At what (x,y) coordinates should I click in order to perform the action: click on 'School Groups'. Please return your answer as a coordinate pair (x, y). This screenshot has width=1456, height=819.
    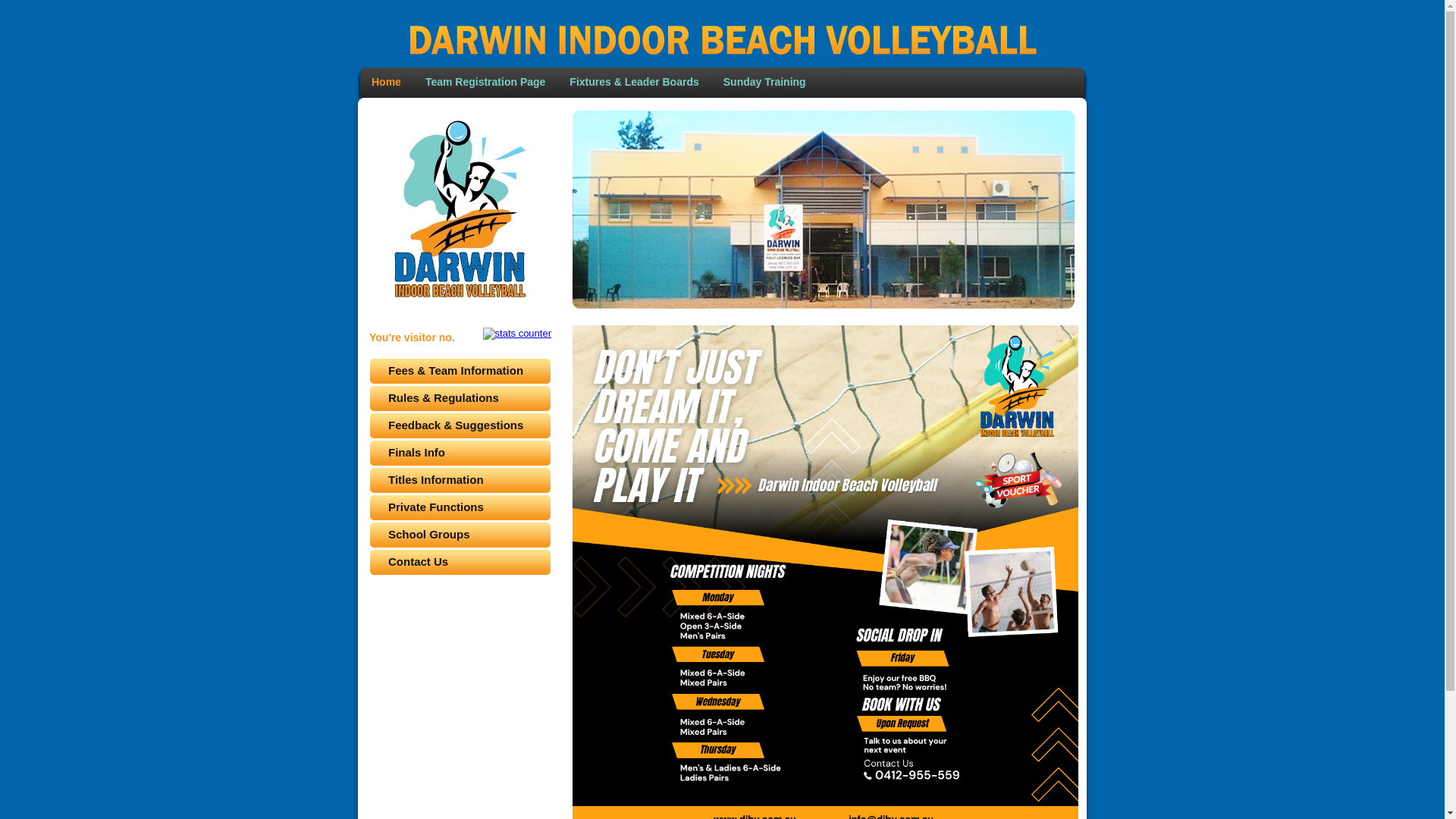
    Looking at the image, I should click on (369, 534).